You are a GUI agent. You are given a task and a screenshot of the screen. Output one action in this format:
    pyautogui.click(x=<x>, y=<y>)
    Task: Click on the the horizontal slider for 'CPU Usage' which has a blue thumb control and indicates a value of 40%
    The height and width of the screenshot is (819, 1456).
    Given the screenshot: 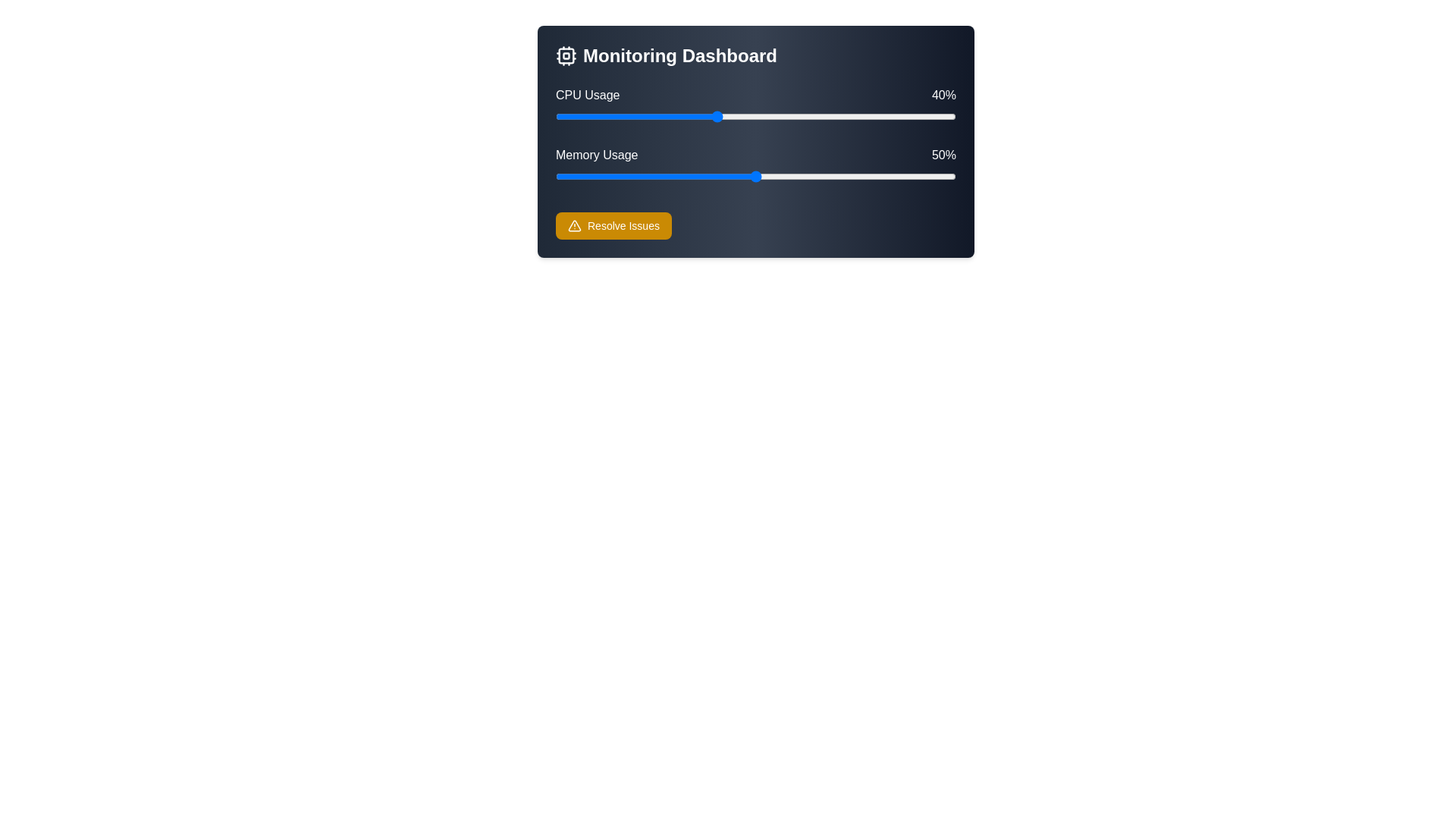 What is the action you would take?
    pyautogui.click(x=756, y=116)
    